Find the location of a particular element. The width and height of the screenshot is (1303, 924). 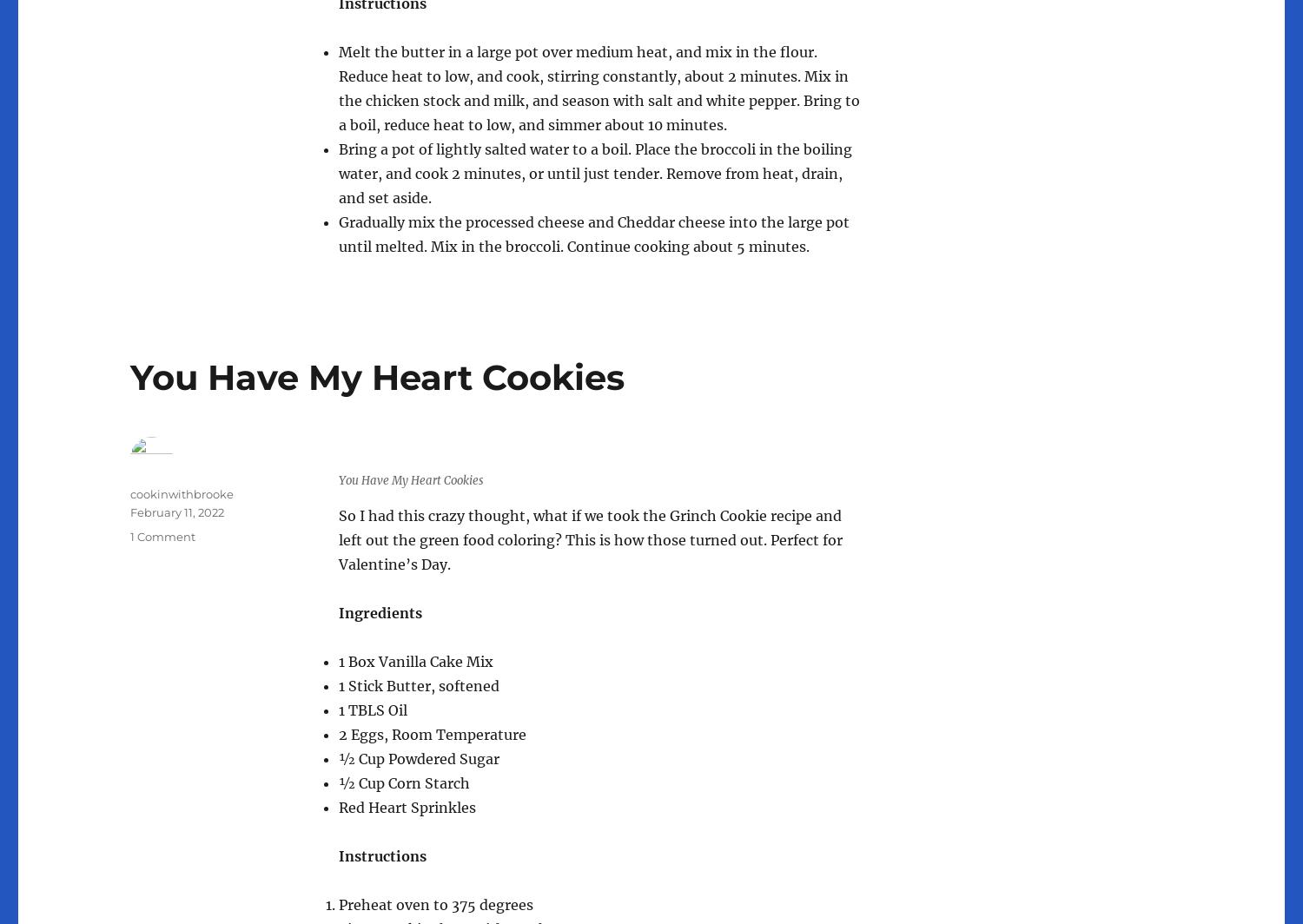

'½ Cup Corn Starch' is located at coordinates (403, 782).